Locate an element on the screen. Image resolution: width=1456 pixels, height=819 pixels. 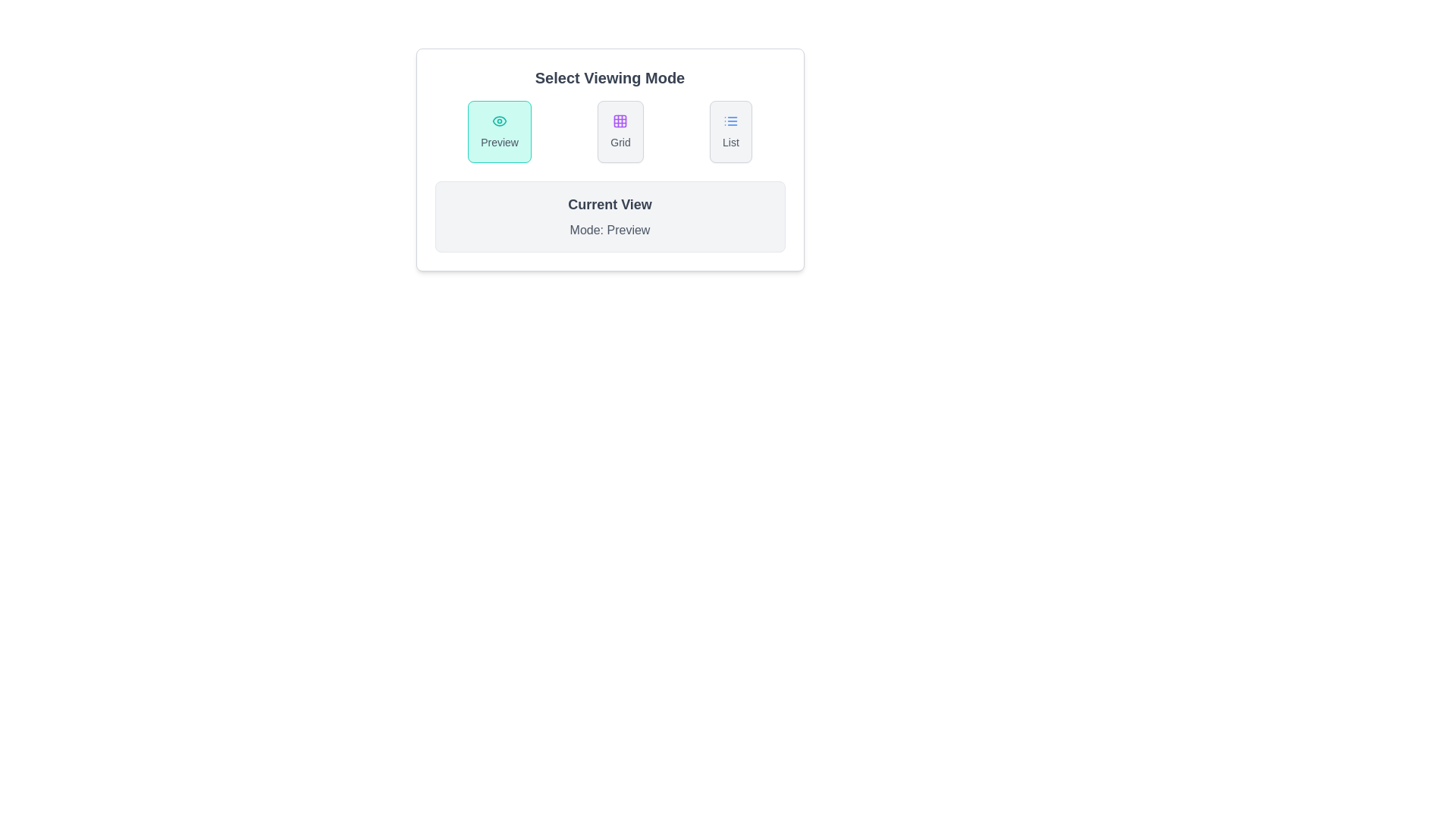
the 'List' label, which is a medium-small gray text located below the list icon on the rightmost side of a button-like structure is located at coordinates (730, 143).